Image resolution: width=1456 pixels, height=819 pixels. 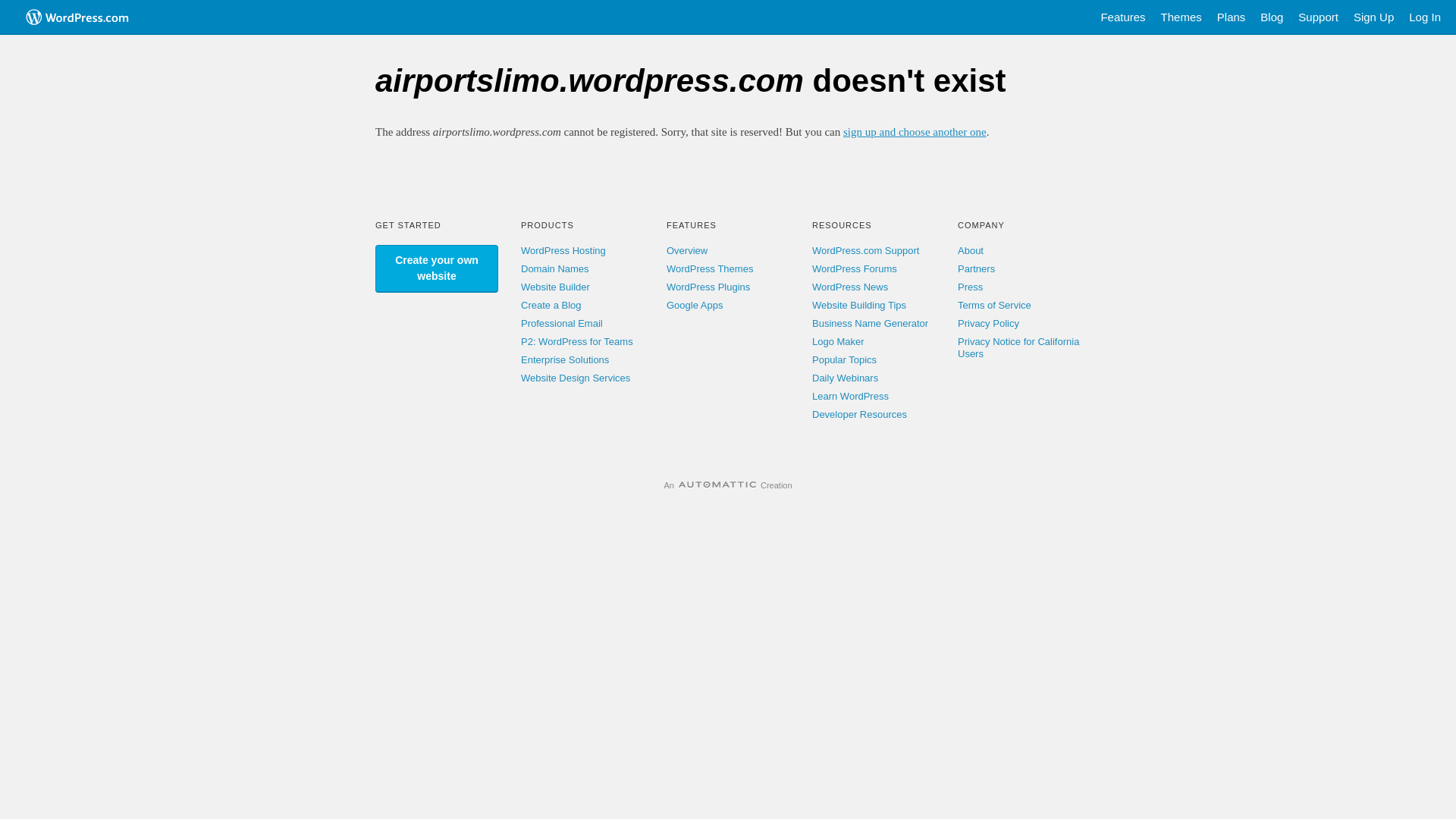 I want to click on 'Press', so click(x=969, y=287).